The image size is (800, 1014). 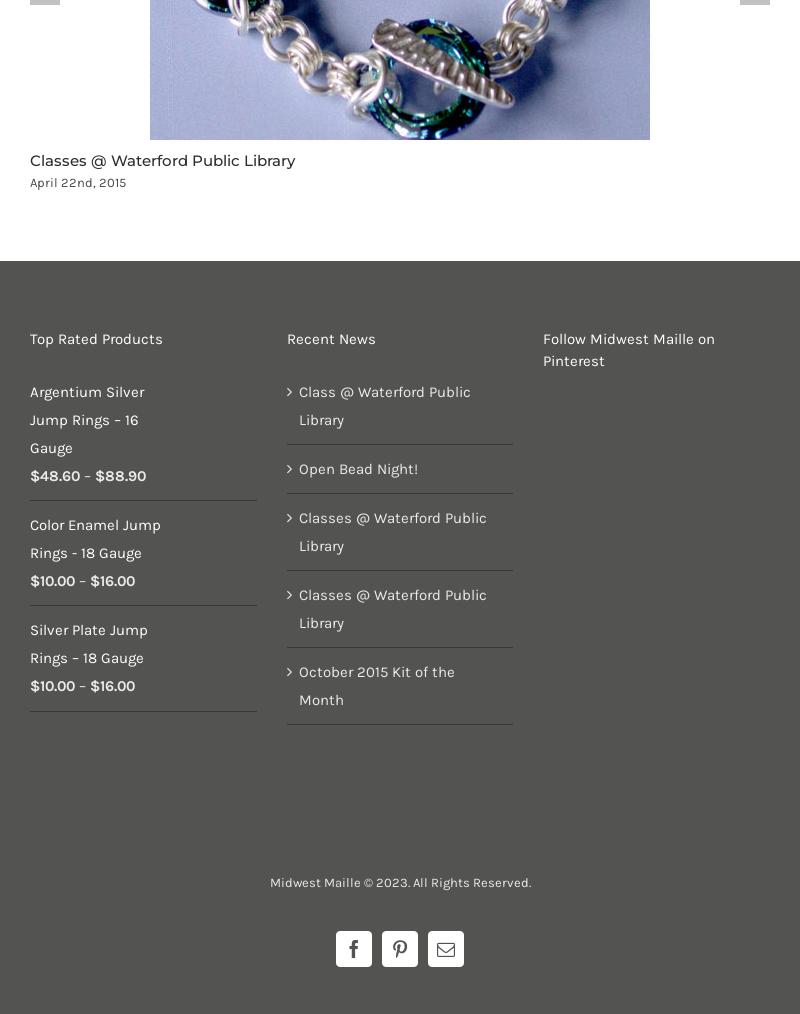 I want to click on 'April 22nd, 2015', so click(x=78, y=181).